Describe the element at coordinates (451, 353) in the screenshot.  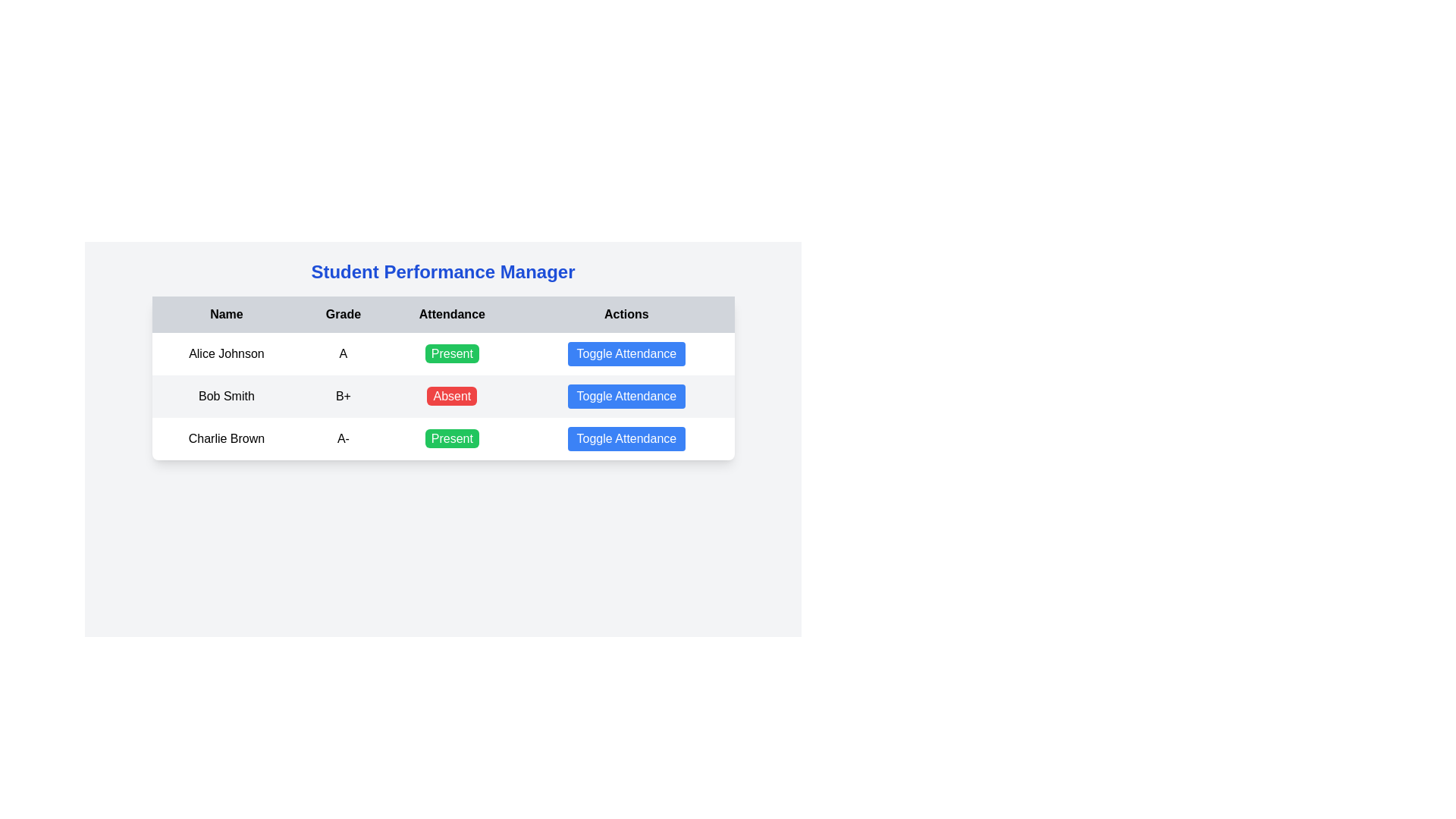
I see `the attendance status label for 'Alice Johnson' which indicates 'Present' in the Attendance column of the table` at that location.